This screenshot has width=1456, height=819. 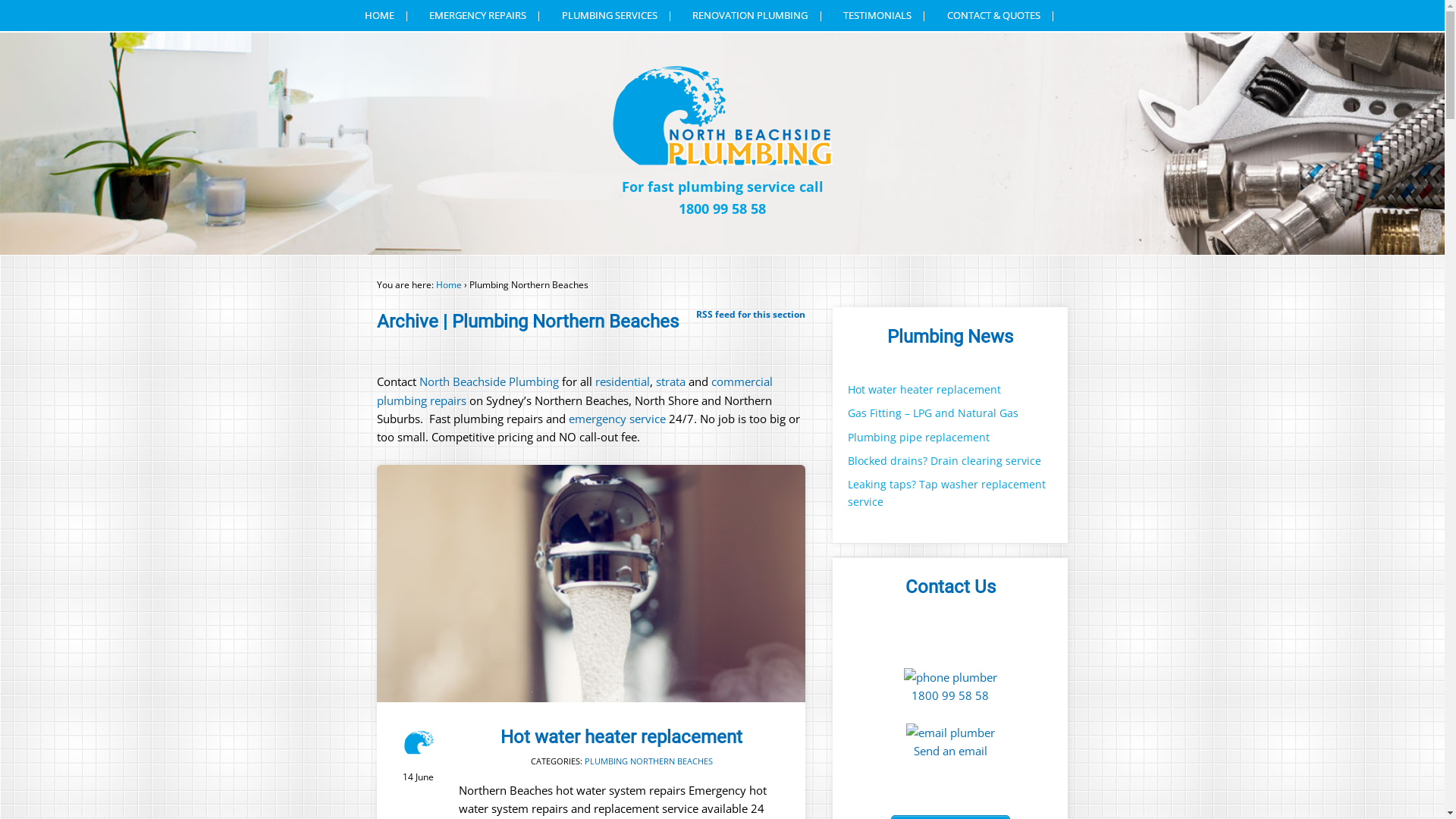 I want to click on 'RSS feed for this section', so click(x=750, y=313).